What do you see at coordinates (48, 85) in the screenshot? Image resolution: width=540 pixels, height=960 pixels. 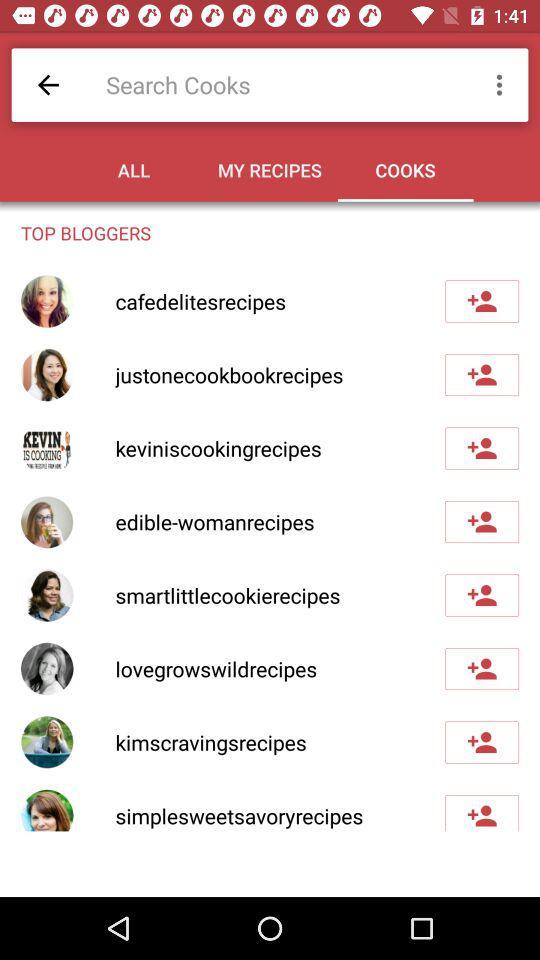 I see `go back` at bounding box center [48, 85].